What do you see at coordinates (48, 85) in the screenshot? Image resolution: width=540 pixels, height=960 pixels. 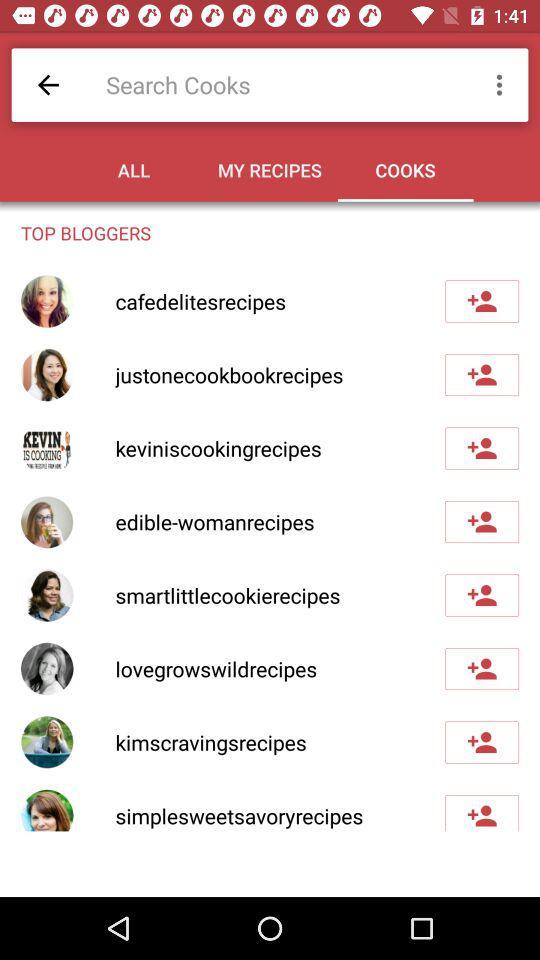 I see `go back` at bounding box center [48, 85].